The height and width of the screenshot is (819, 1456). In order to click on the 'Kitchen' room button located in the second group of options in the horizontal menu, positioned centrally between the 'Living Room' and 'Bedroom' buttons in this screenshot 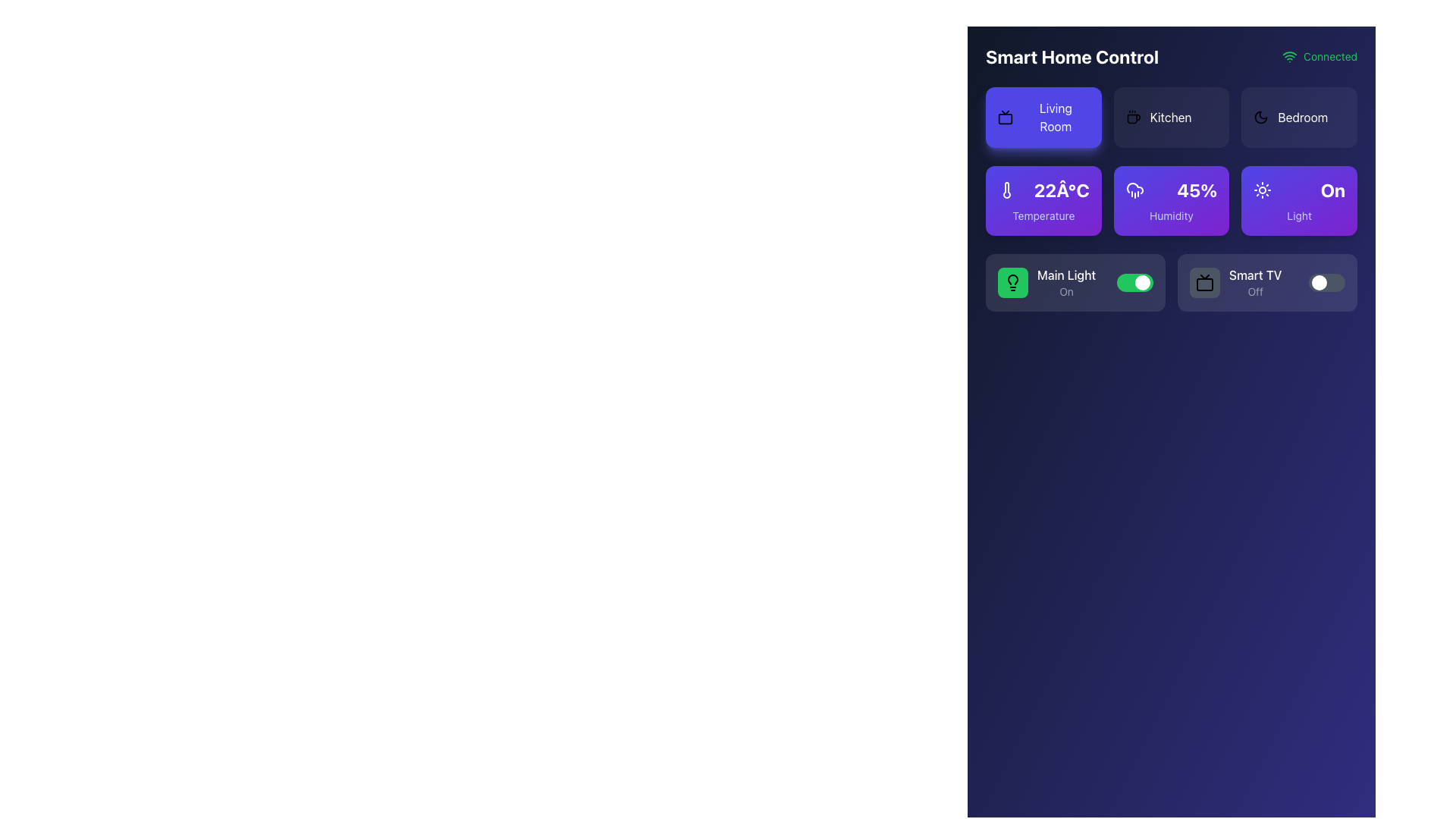, I will do `click(1171, 116)`.